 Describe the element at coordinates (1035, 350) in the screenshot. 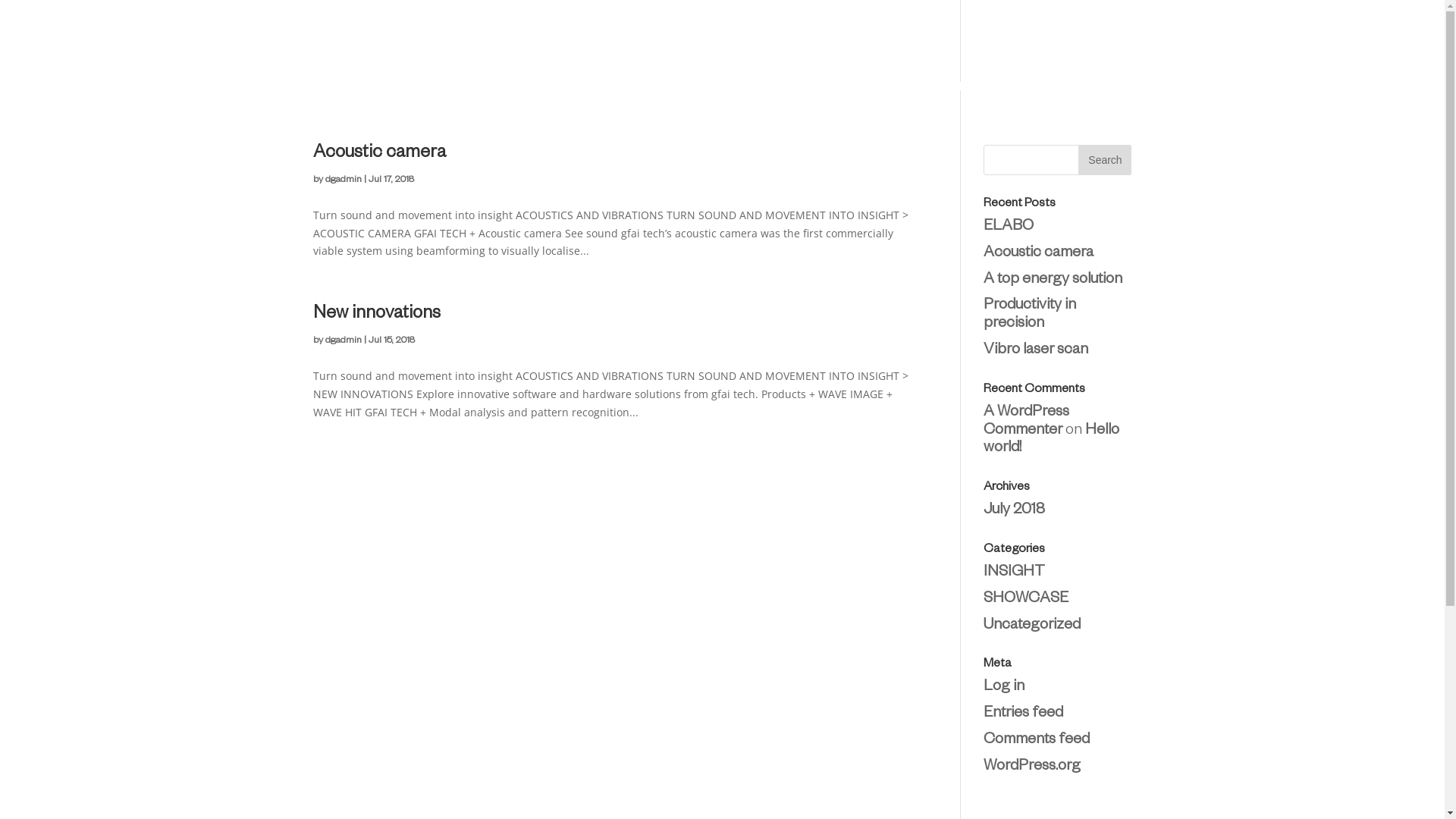

I see `'Vibro laser scan'` at that location.